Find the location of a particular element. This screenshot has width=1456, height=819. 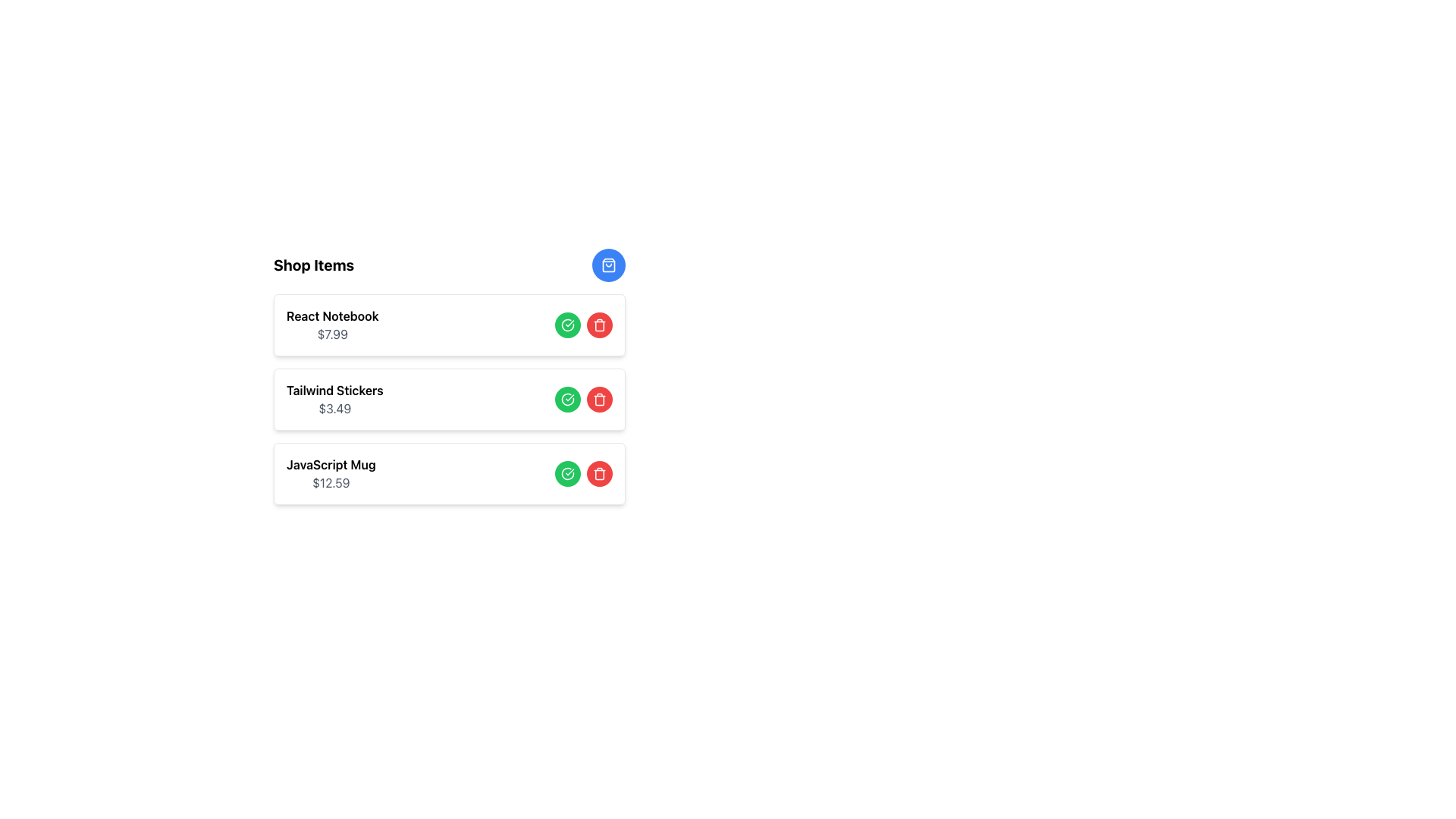

the static text displaying the price '$3.49' with a class of 'text-gray-600', located below the label 'Tailwind Stickers' in the second item slot of the list is located at coordinates (334, 408).